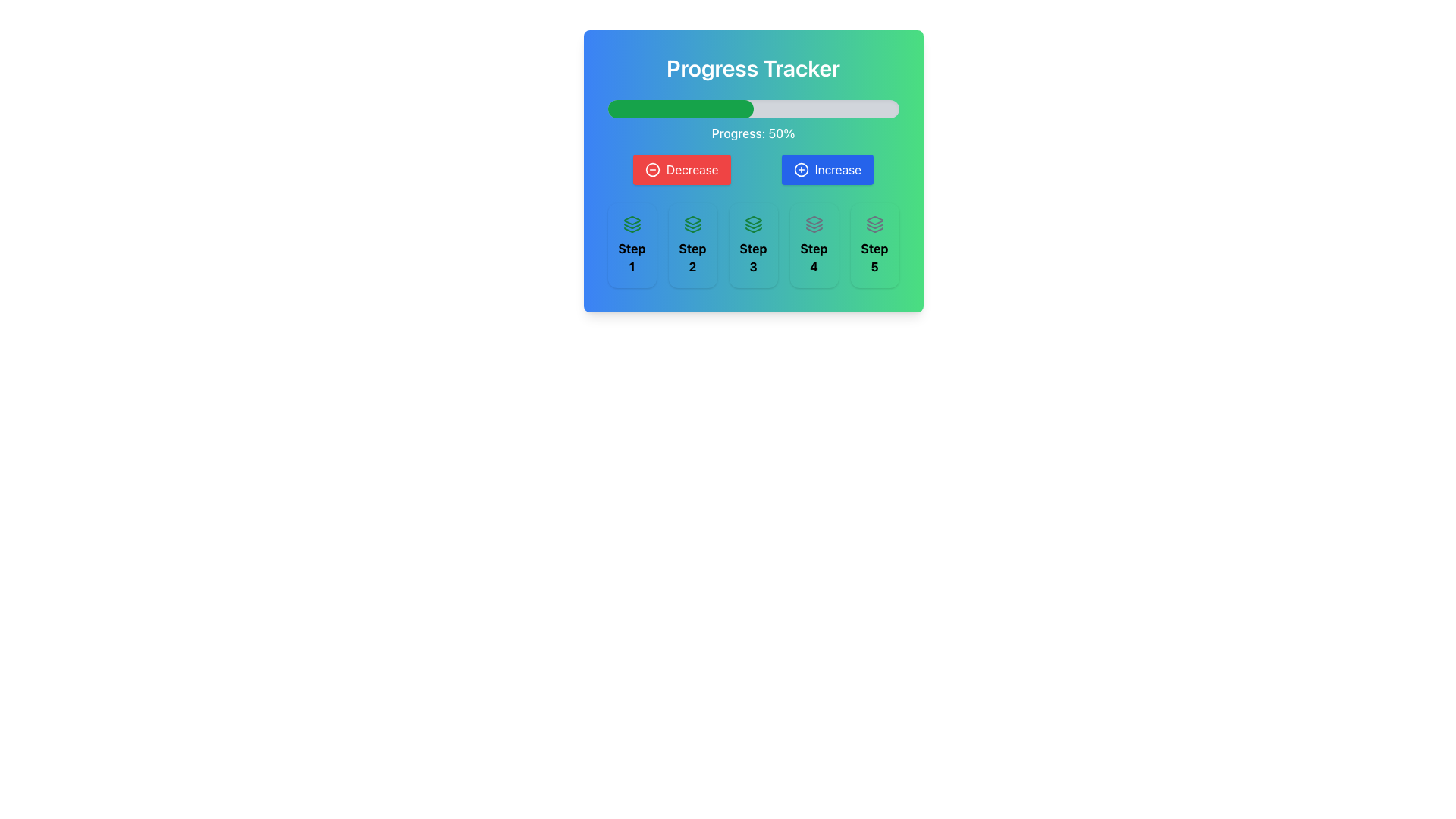 The width and height of the screenshot is (1456, 819). Describe the element at coordinates (753, 245) in the screenshot. I see `the highlighted third step in the horizontal step indicator of the Progress Tracker interface` at that location.